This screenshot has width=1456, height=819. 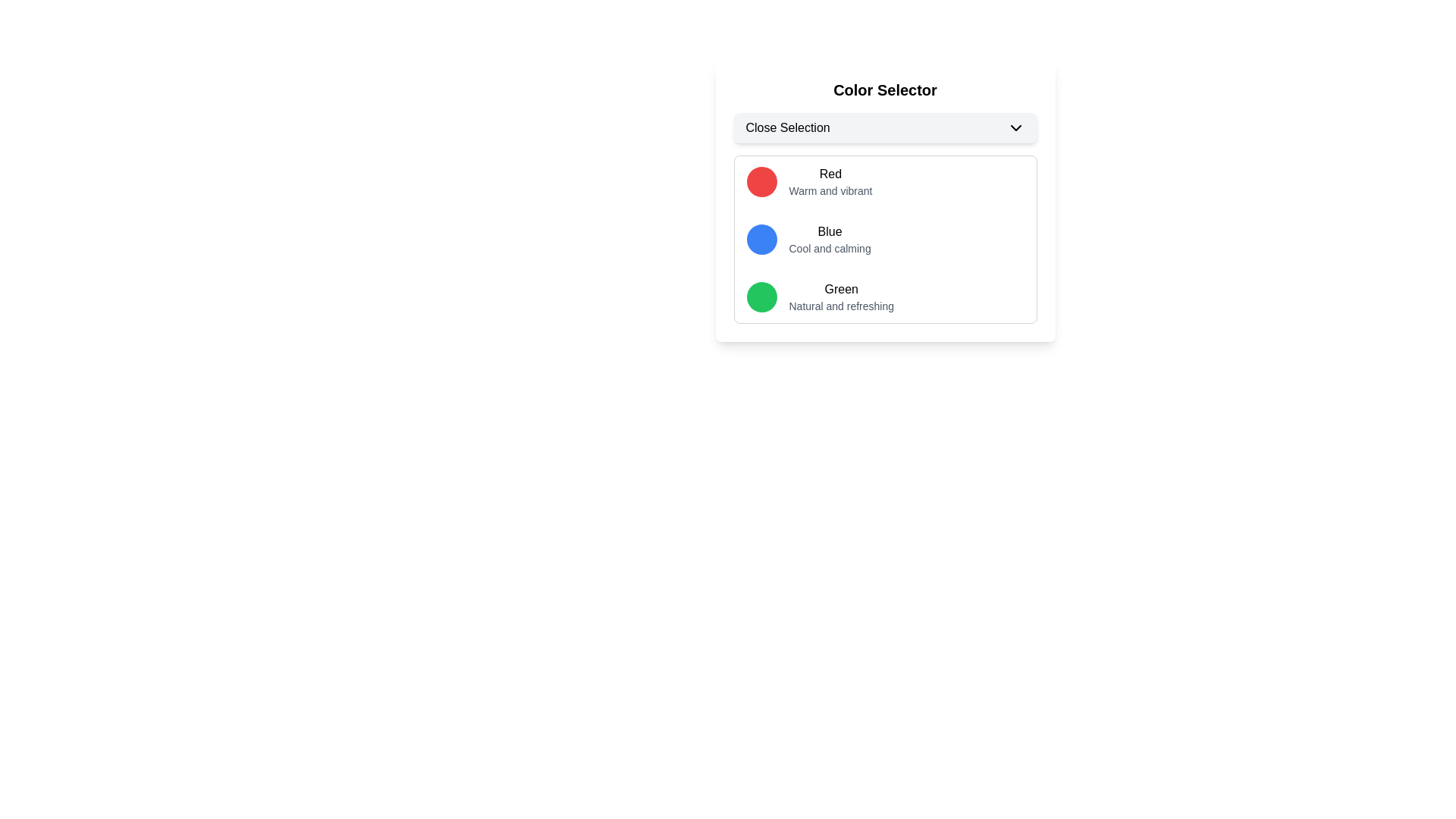 What do you see at coordinates (840, 289) in the screenshot?
I see `the text label representing the color green, located in the third item of the color selection list in the pop-up interface, to trigger tooltips or highlights` at bounding box center [840, 289].